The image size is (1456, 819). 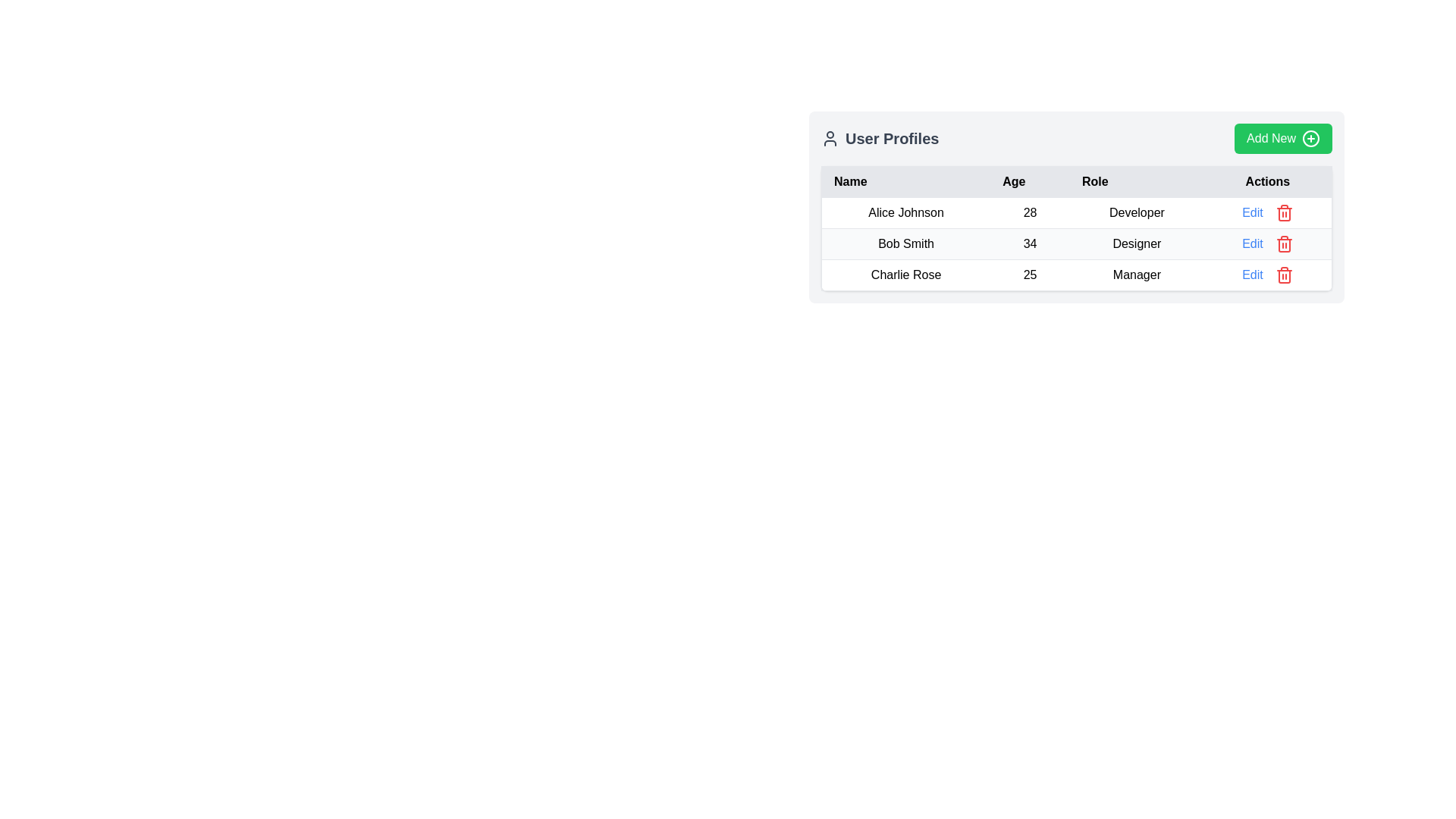 I want to click on the static text label indicating the role of the user 'Charlie Rose', located in the 'Role' column of the table, so click(x=1137, y=275).